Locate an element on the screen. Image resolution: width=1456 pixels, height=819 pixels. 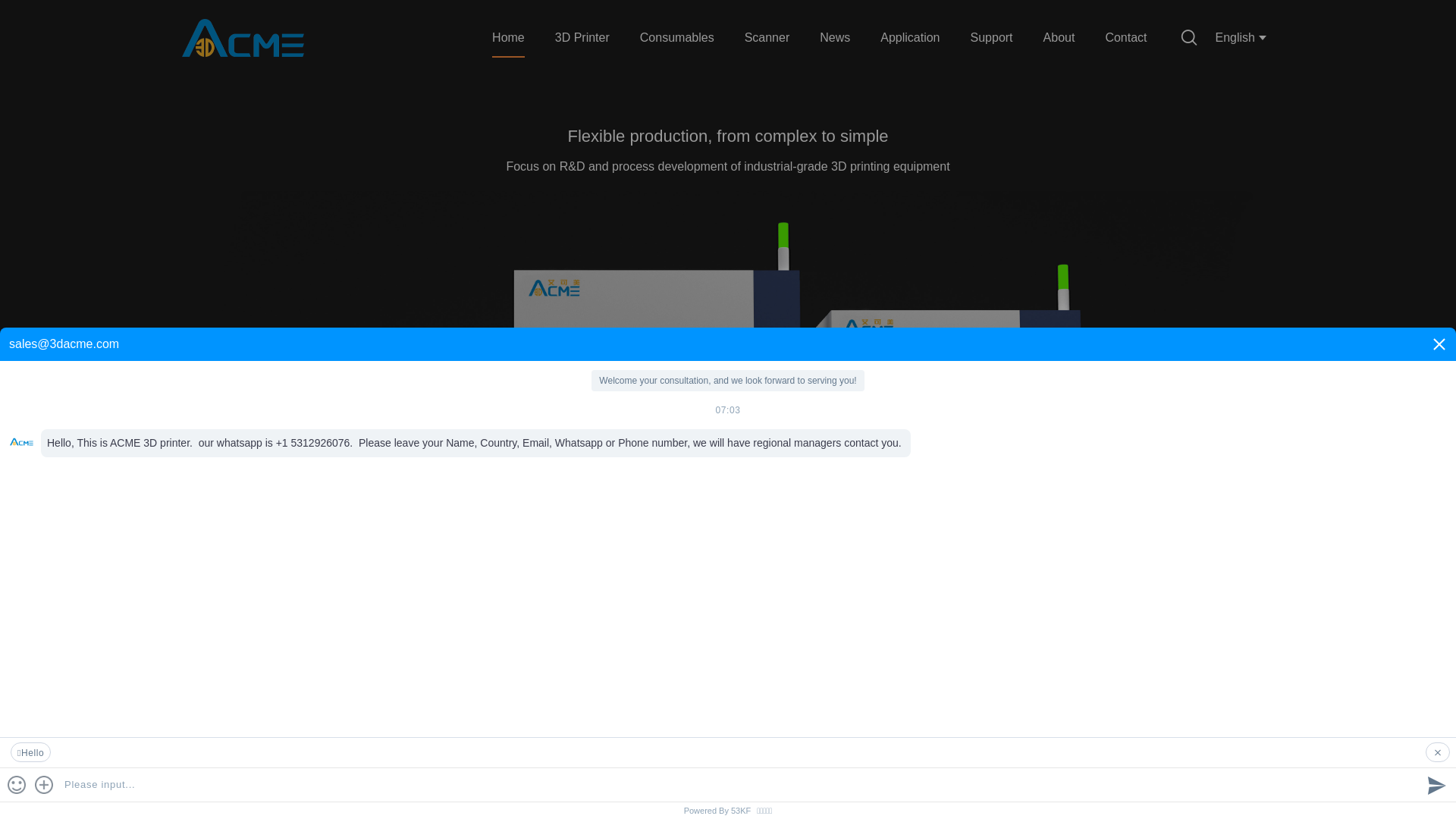
'3D Printer' is located at coordinates (582, 37).